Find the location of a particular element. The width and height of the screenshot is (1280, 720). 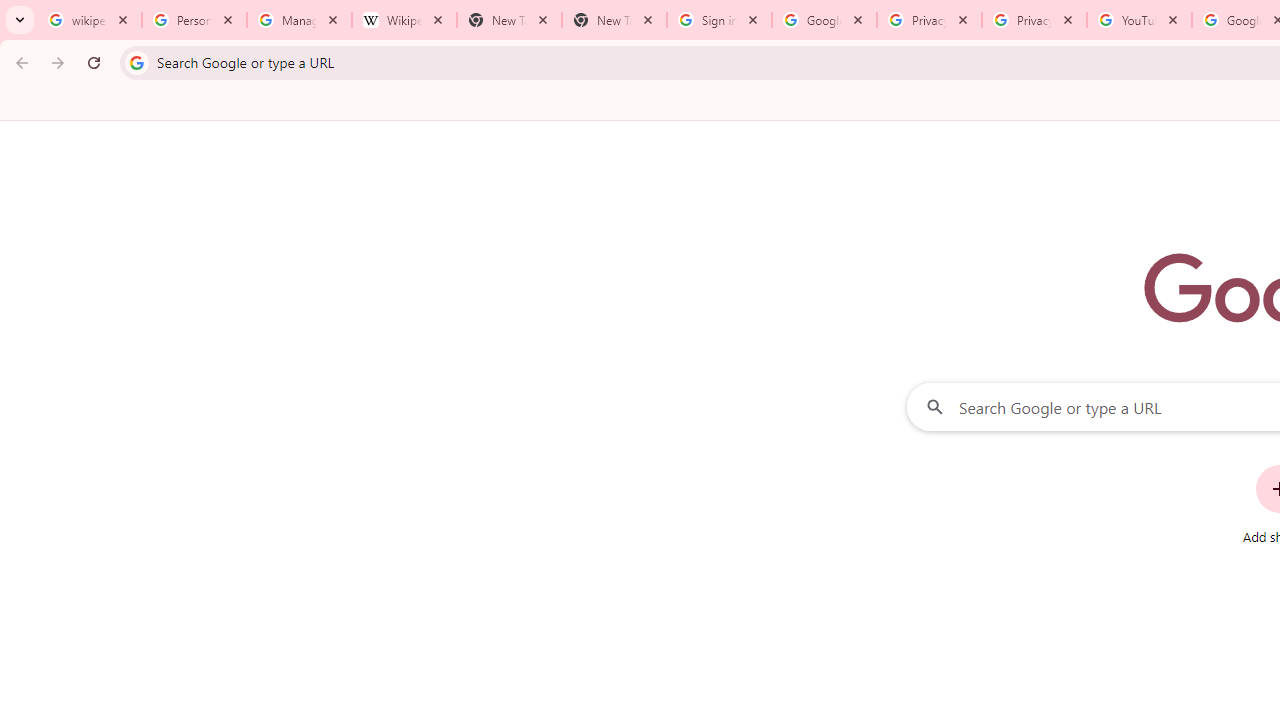

'Manage your Location History - Google Search Help' is located at coordinates (298, 20).